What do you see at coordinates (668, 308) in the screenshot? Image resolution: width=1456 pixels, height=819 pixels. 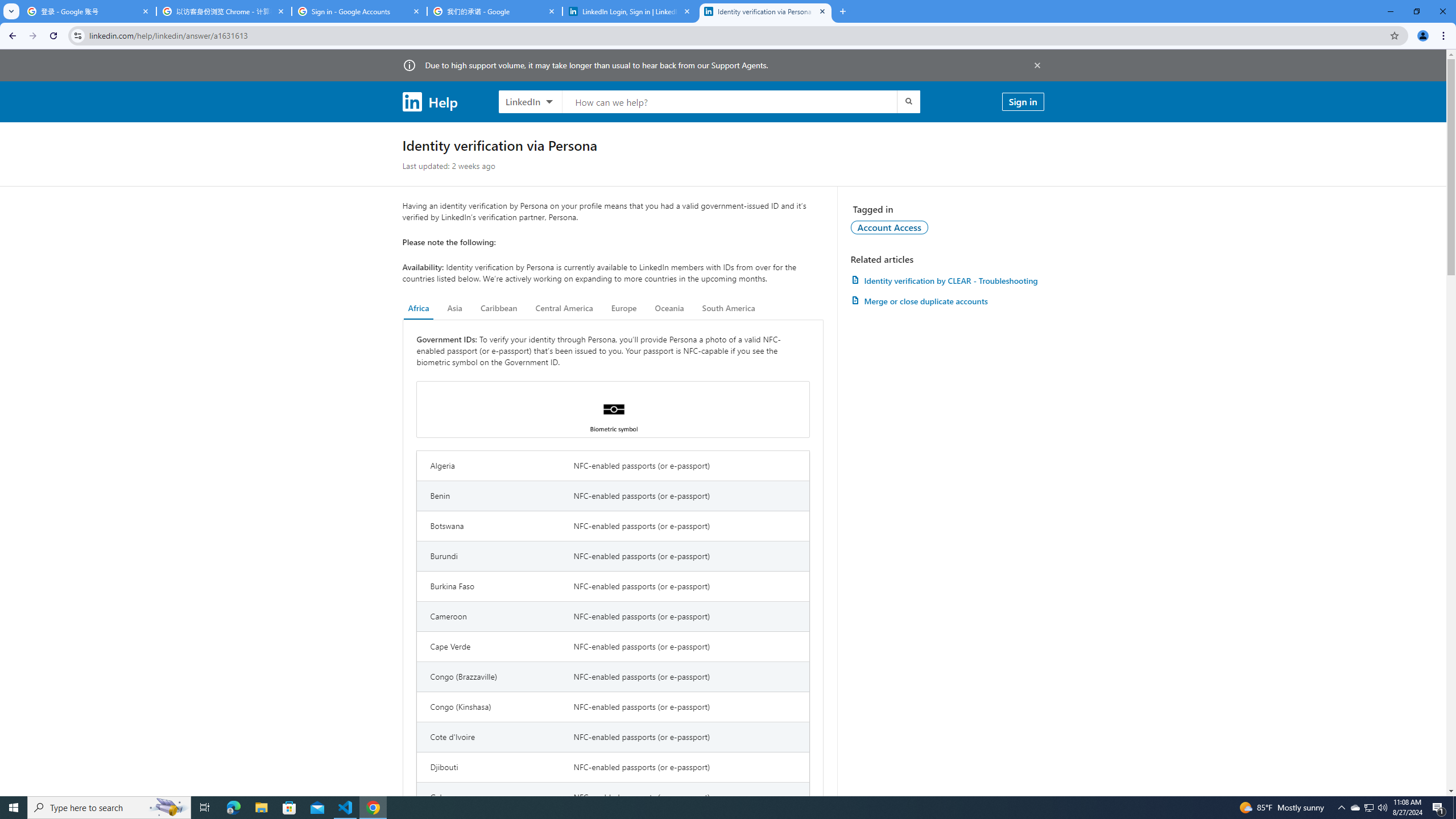 I see `'Oceania'` at bounding box center [668, 308].